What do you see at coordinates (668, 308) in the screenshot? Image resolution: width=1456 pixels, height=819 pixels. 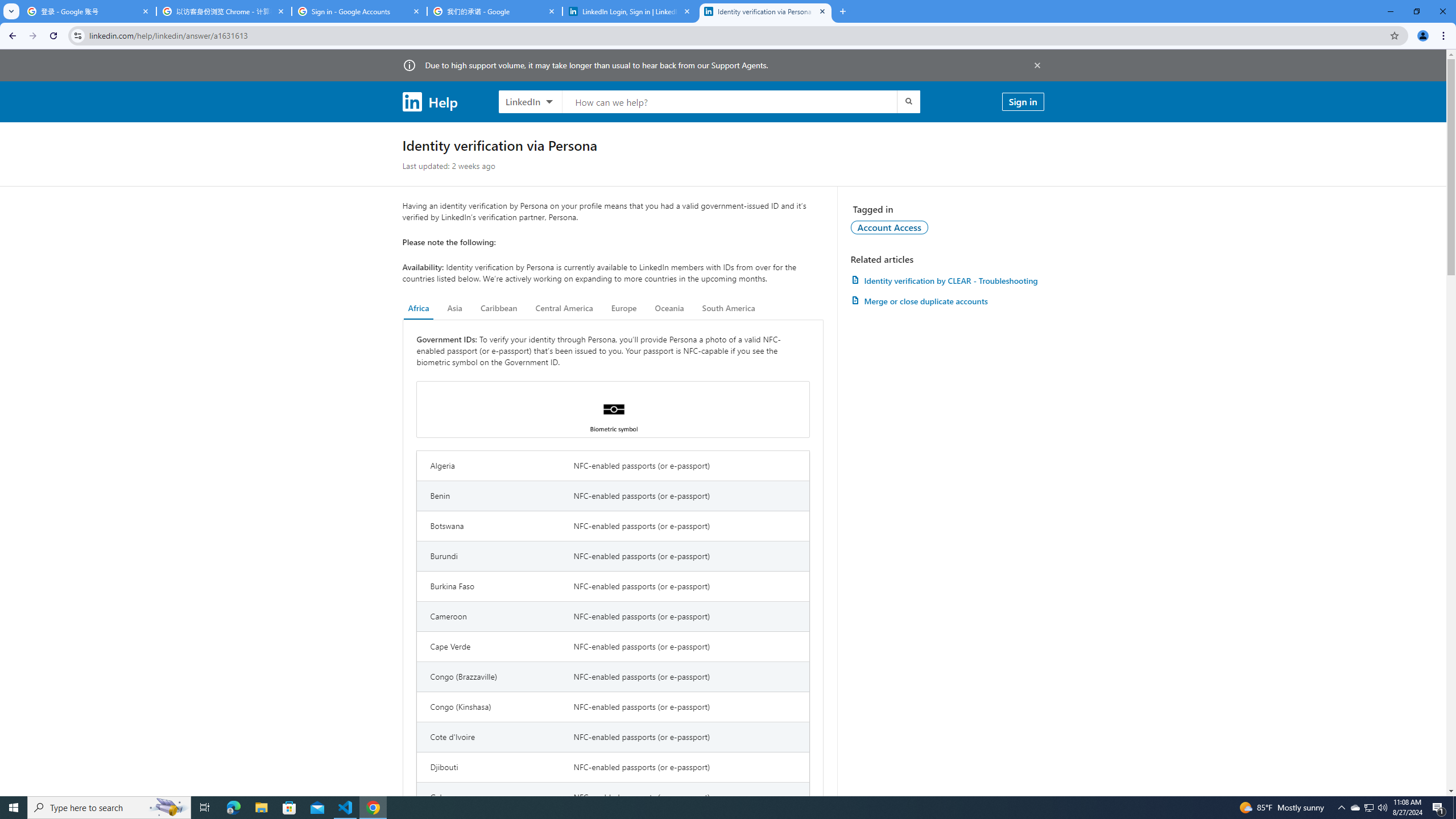 I see `'Oceania'` at bounding box center [668, 308].